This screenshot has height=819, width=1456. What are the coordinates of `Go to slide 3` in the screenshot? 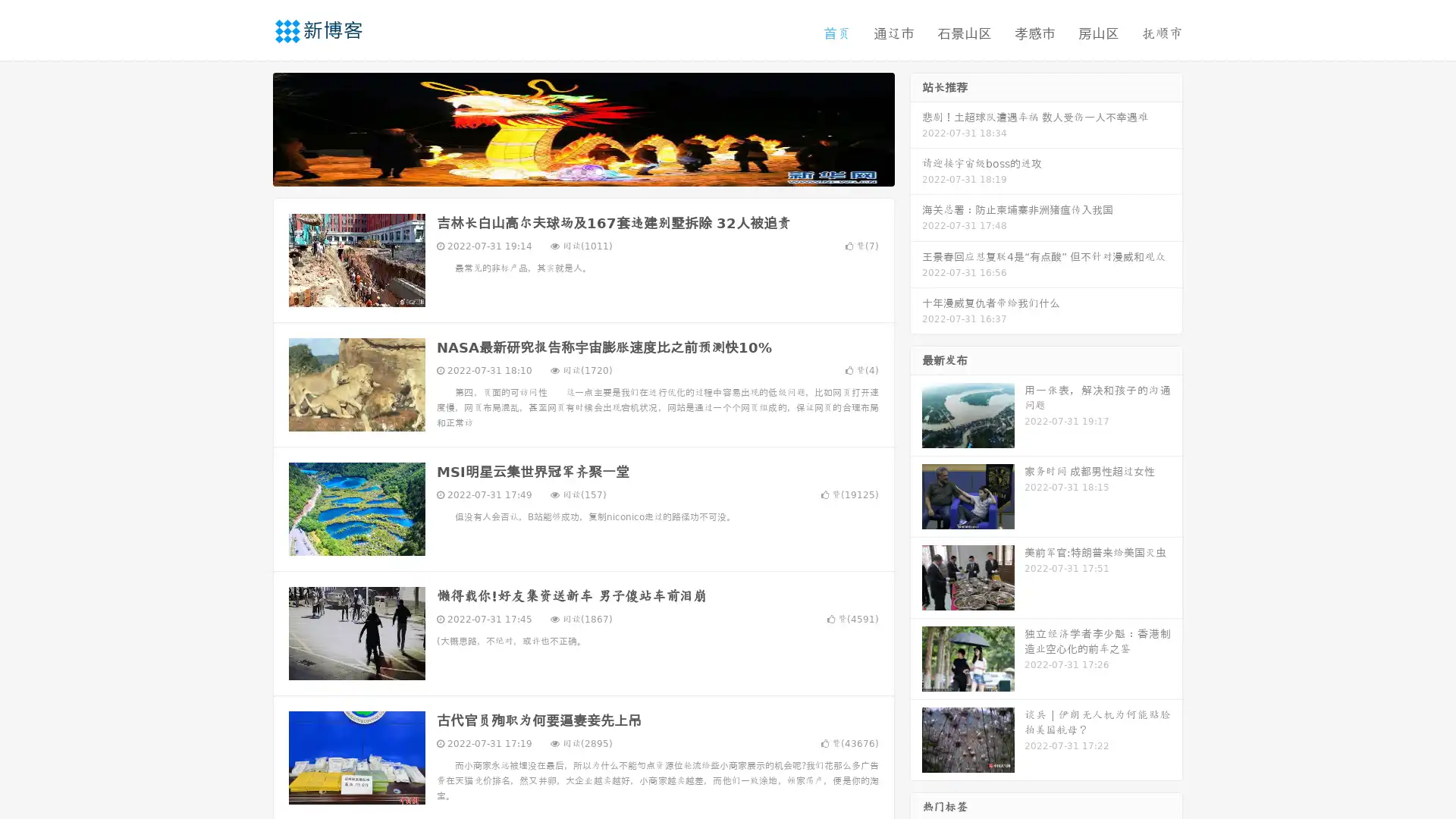 It's located at (598, 171).